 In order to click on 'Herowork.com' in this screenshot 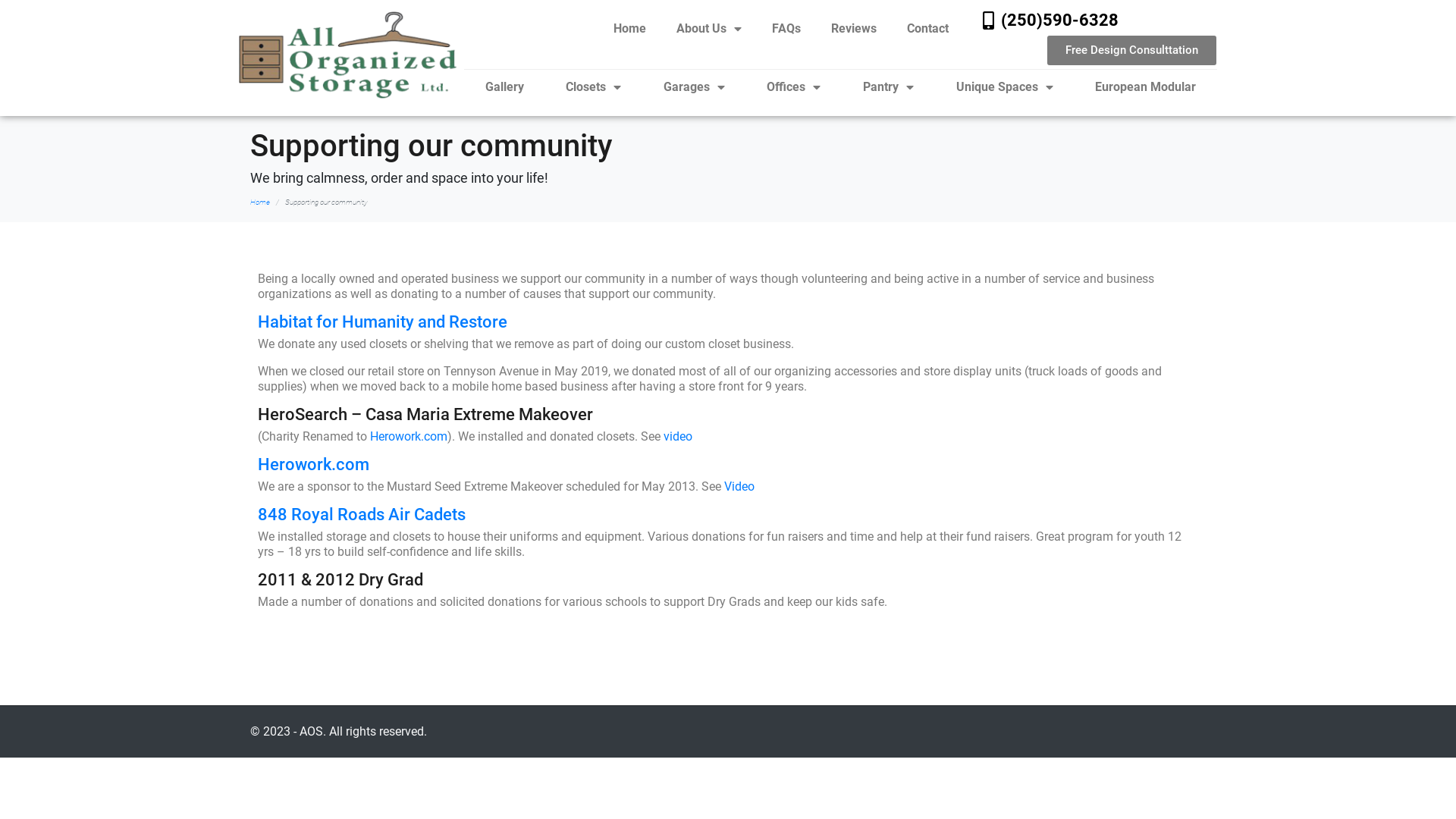, I will do `click(258, 463)`.